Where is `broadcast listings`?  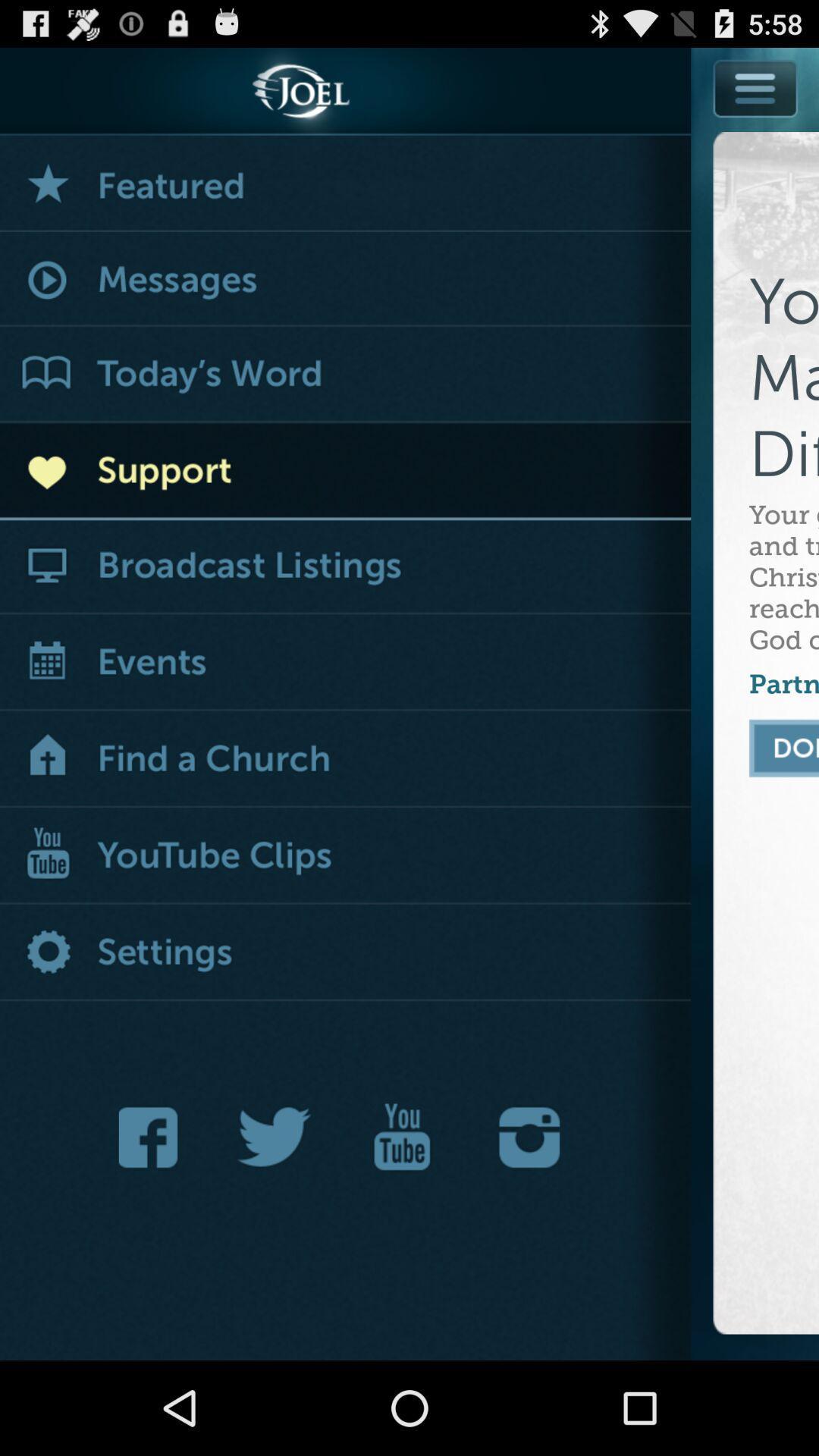
broadcast listings is located at coordinates (345, 566).